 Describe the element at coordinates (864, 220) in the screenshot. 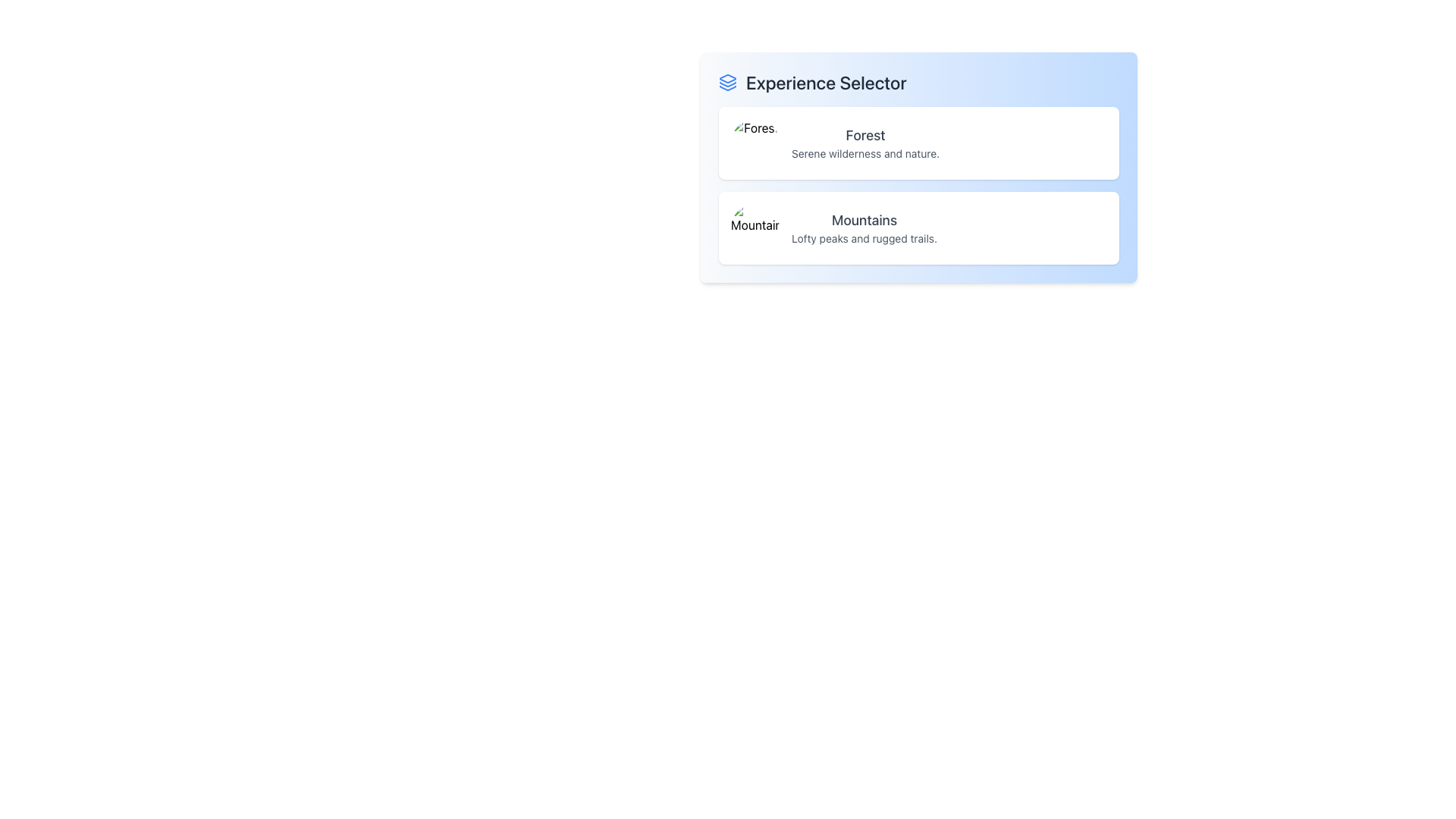

I see `the 'Mountains' text element, which is displayed in gray color with a bold font style and is the main label under the 'Experience Selector' title` at that location.